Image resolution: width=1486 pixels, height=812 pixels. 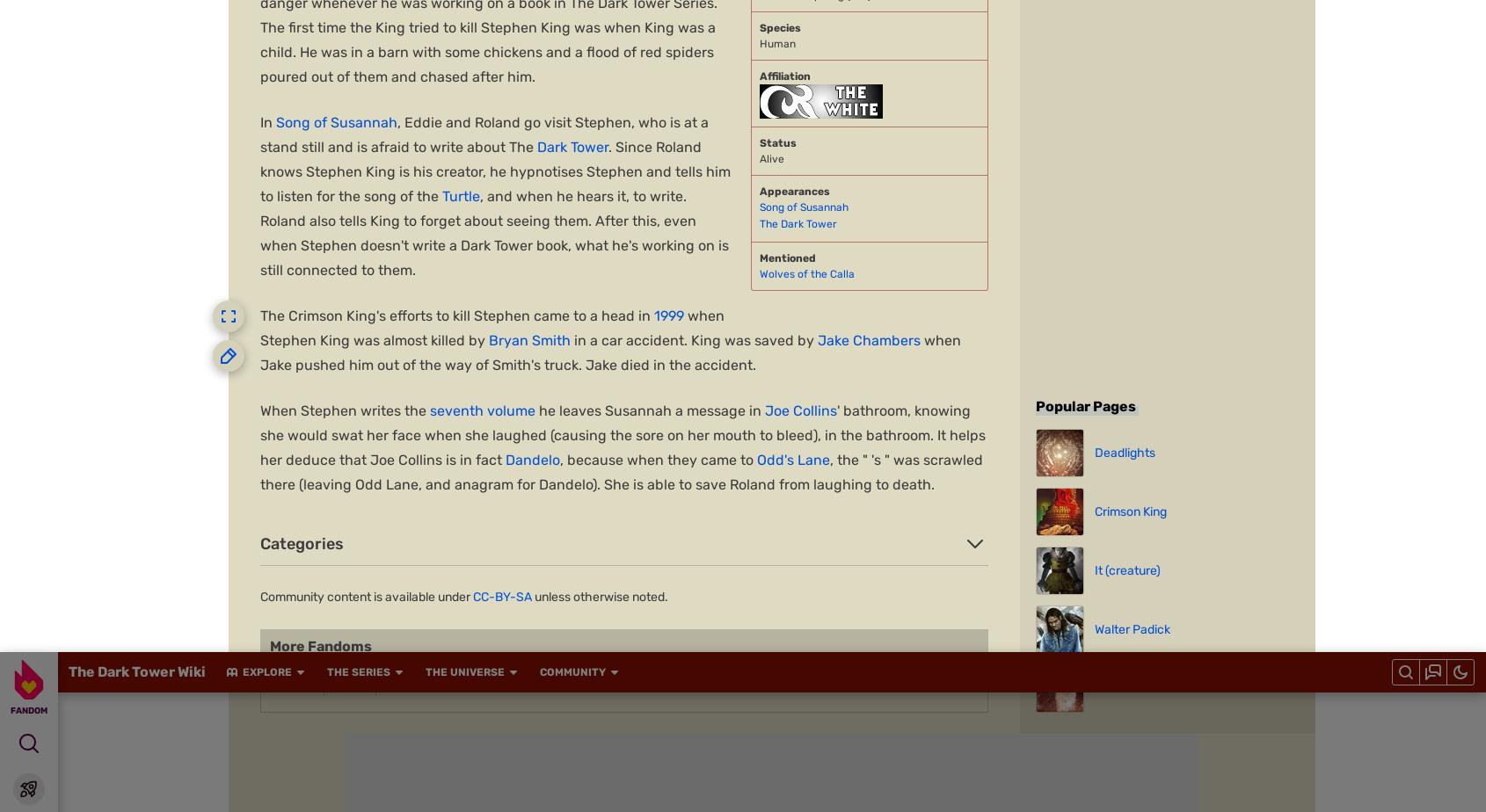 What do you see at coordinates (792, 684) in the screenshot?
I see `'Help'` at bounding box center [792, 684].